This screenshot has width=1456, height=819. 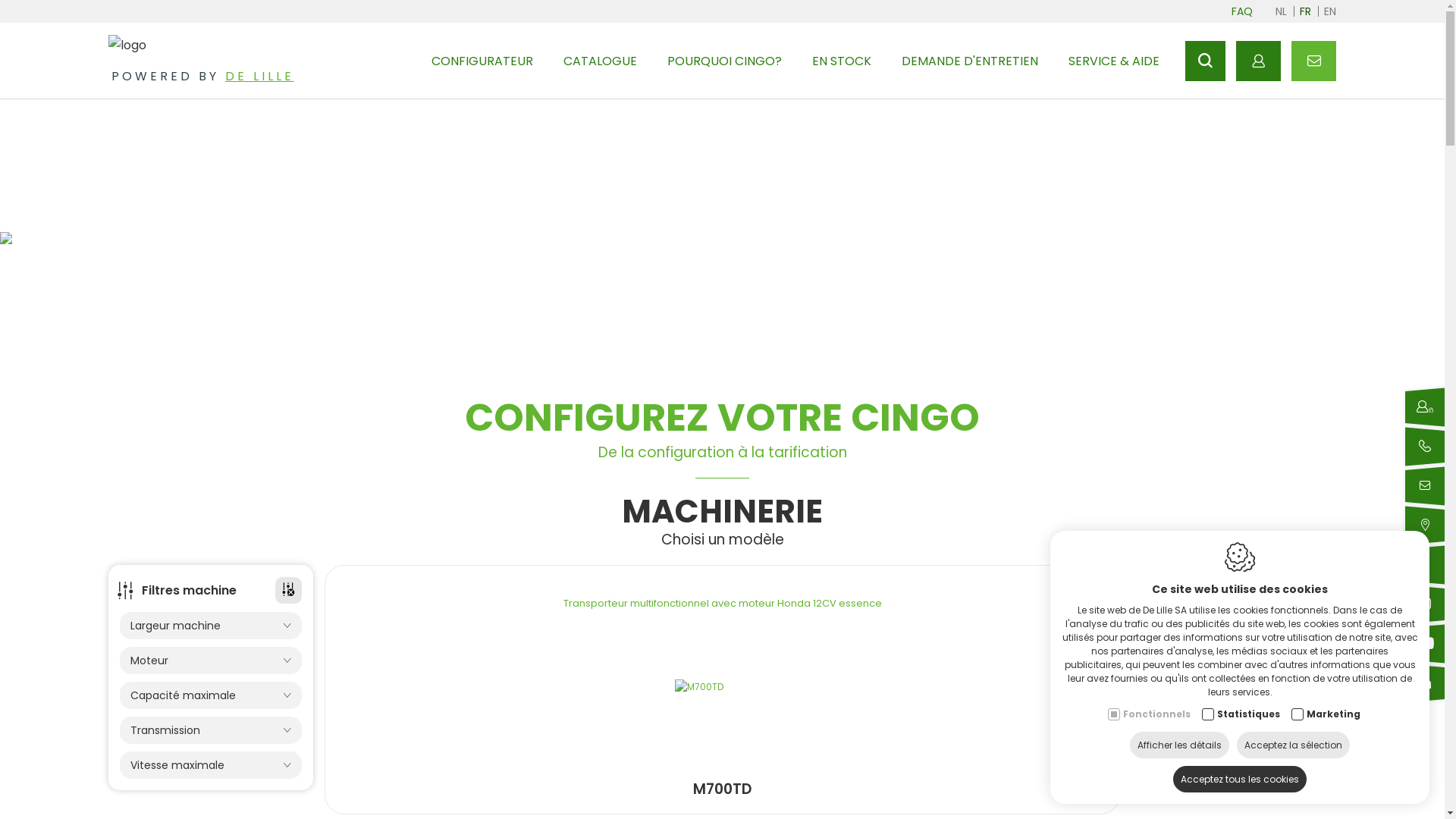 I want to click on 'CONFIGURATEUR', so click(x=481, y=60).